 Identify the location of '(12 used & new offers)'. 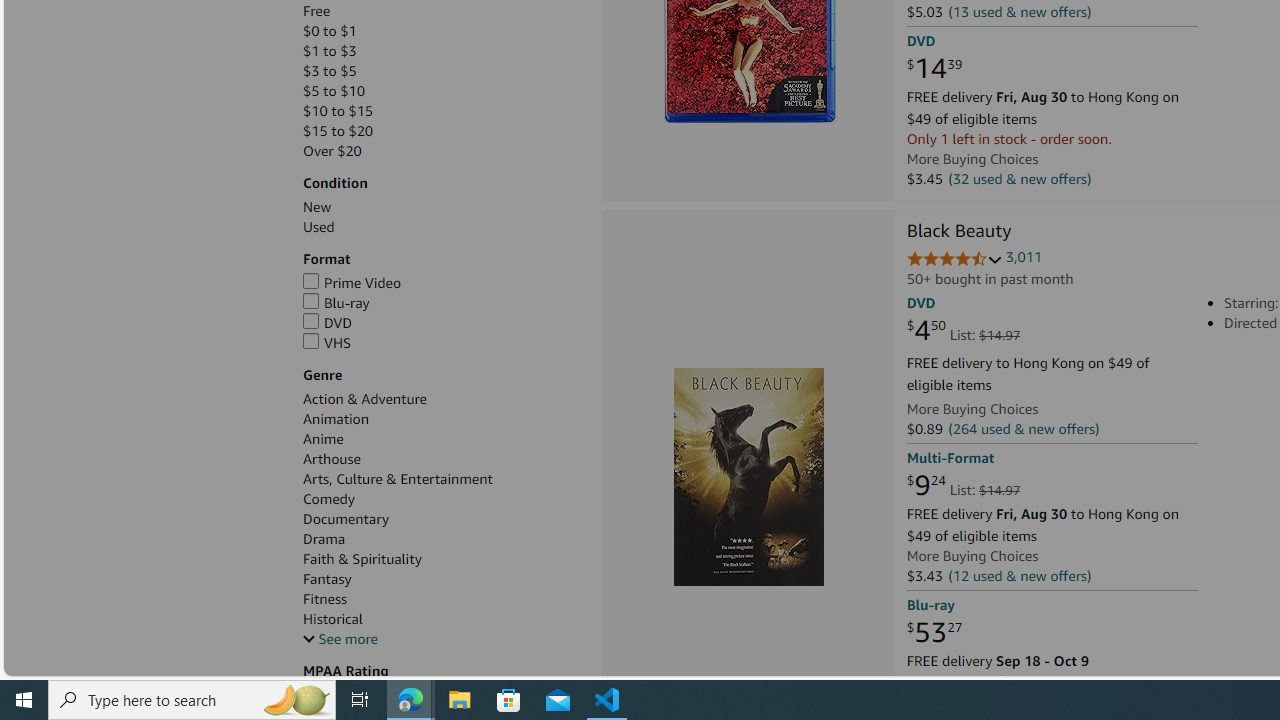
(1020, 575).